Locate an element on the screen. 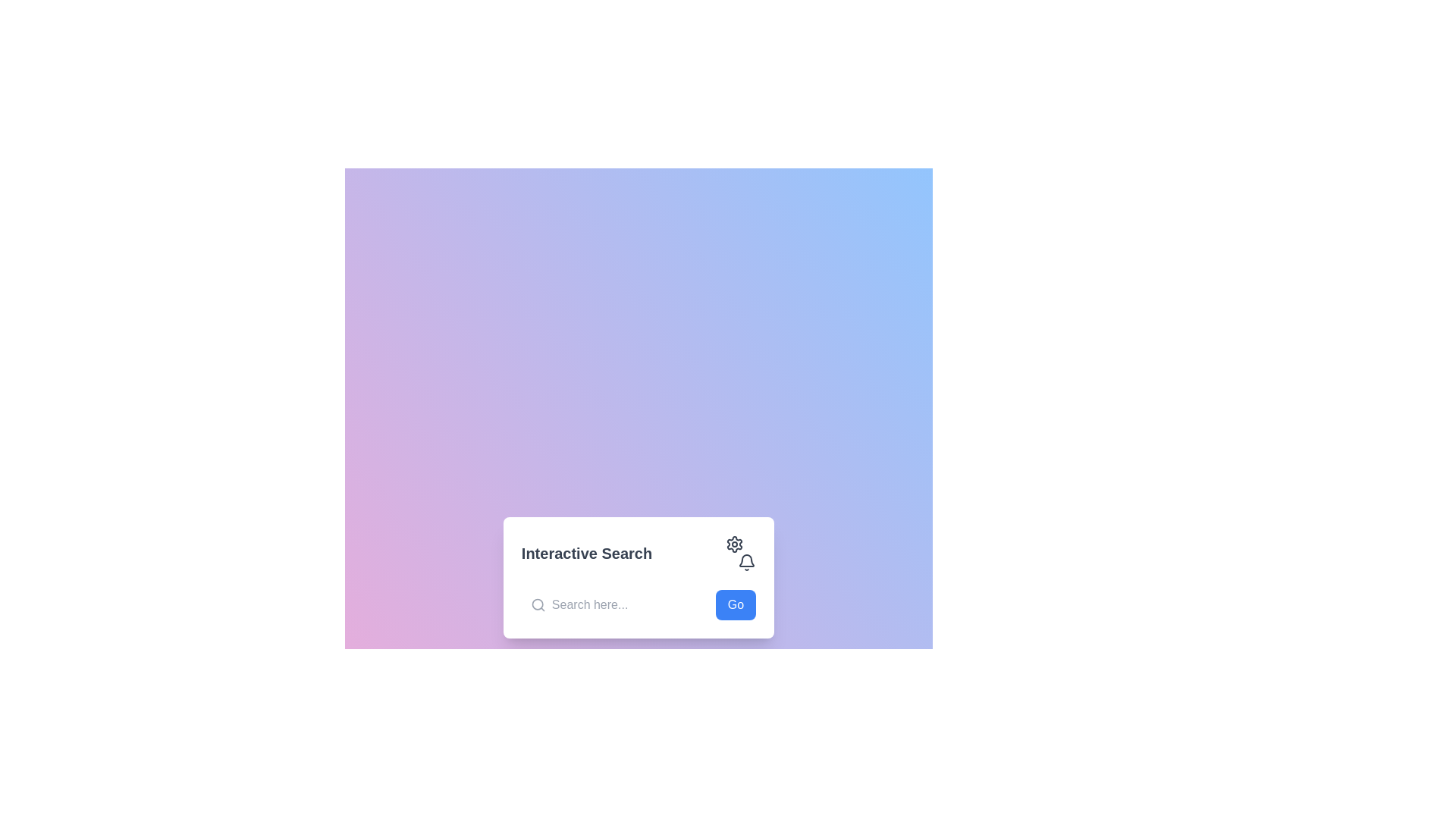 The image size is (1456, 819). the text label that serves as a title or heading for a section, located at the center-bottom region of the interface is located at coordinates (585, 553).